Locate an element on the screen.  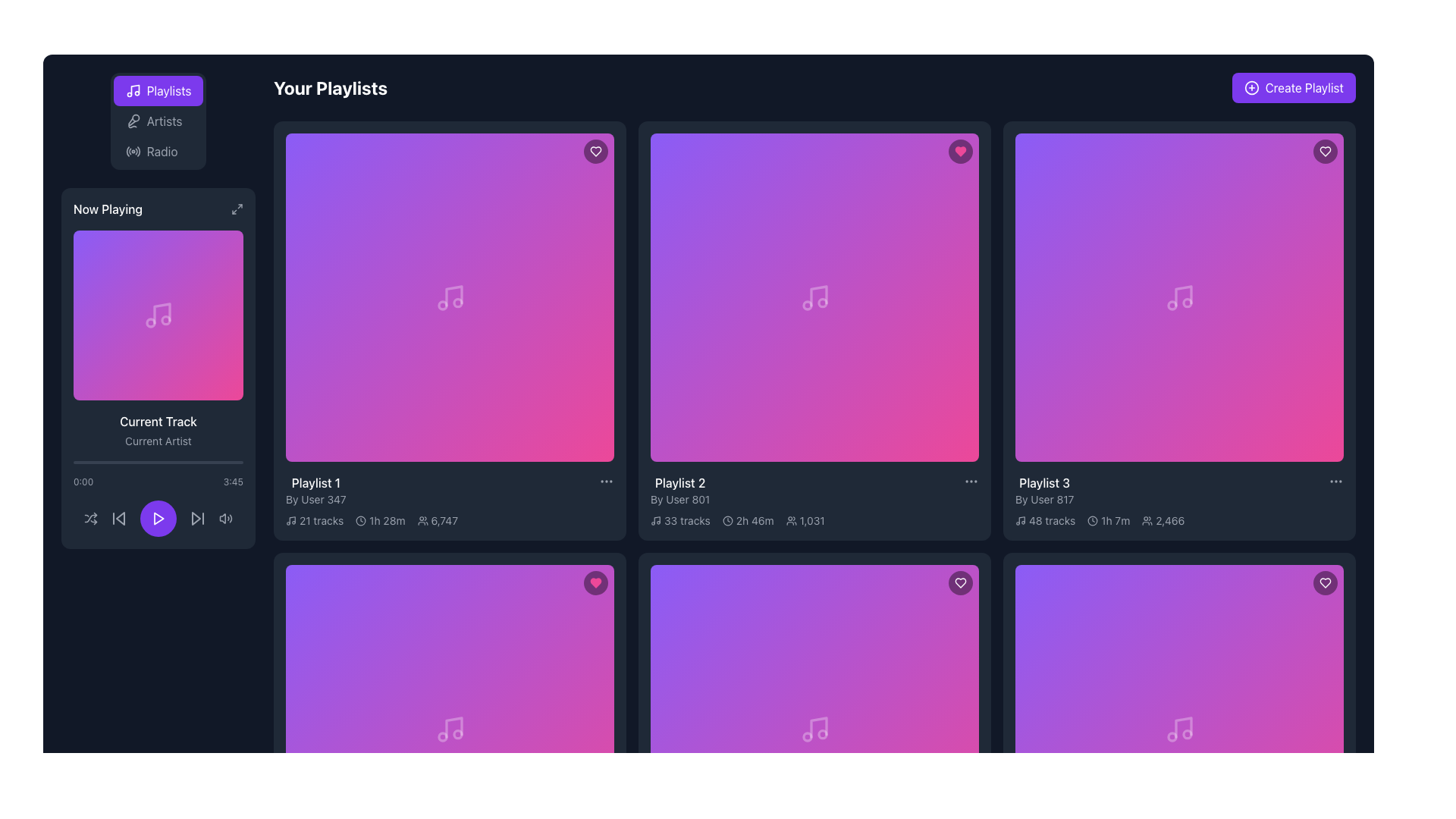
the text label displaying 'By User 347' which is styled in light gray and located beneath 'Playlist 1' is located at coordinates (315, 500).